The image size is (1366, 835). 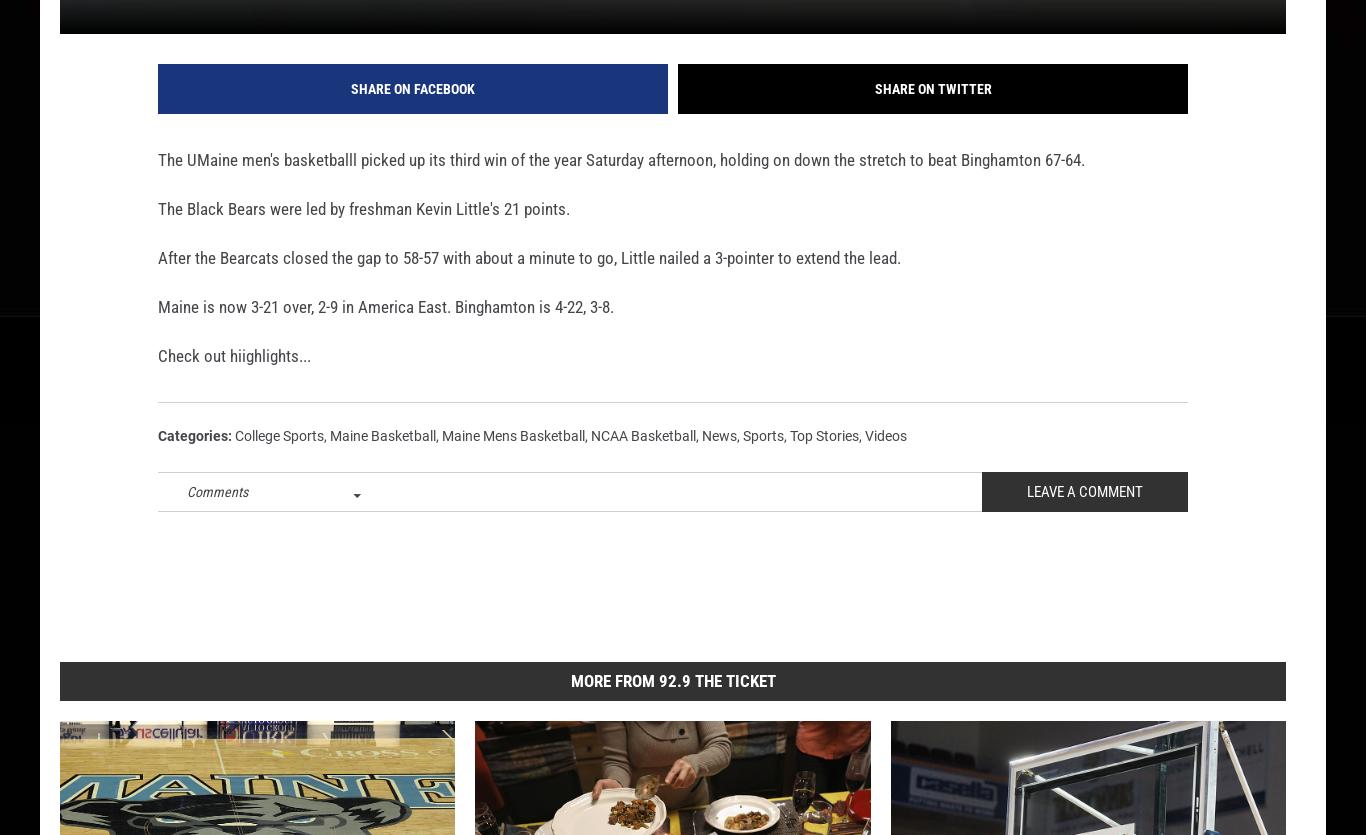 What do you see at coordinates (216, 523) in the screenshot?
I see `'Comments'` at bounding box center [216, 523].